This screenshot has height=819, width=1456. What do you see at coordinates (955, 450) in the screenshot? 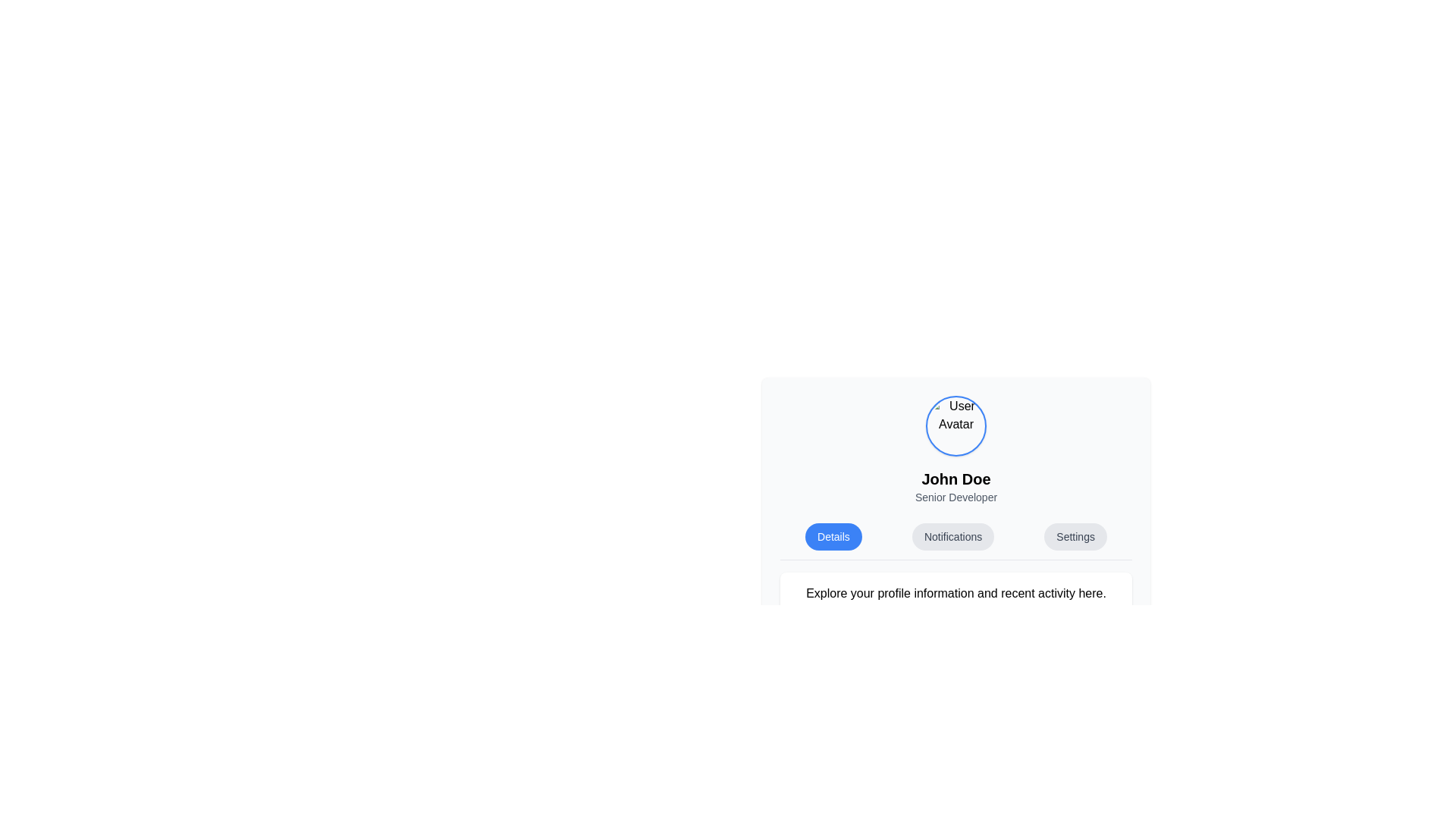
I see `the user's avatar in the Profile Header` at bounding box center [955, 450].